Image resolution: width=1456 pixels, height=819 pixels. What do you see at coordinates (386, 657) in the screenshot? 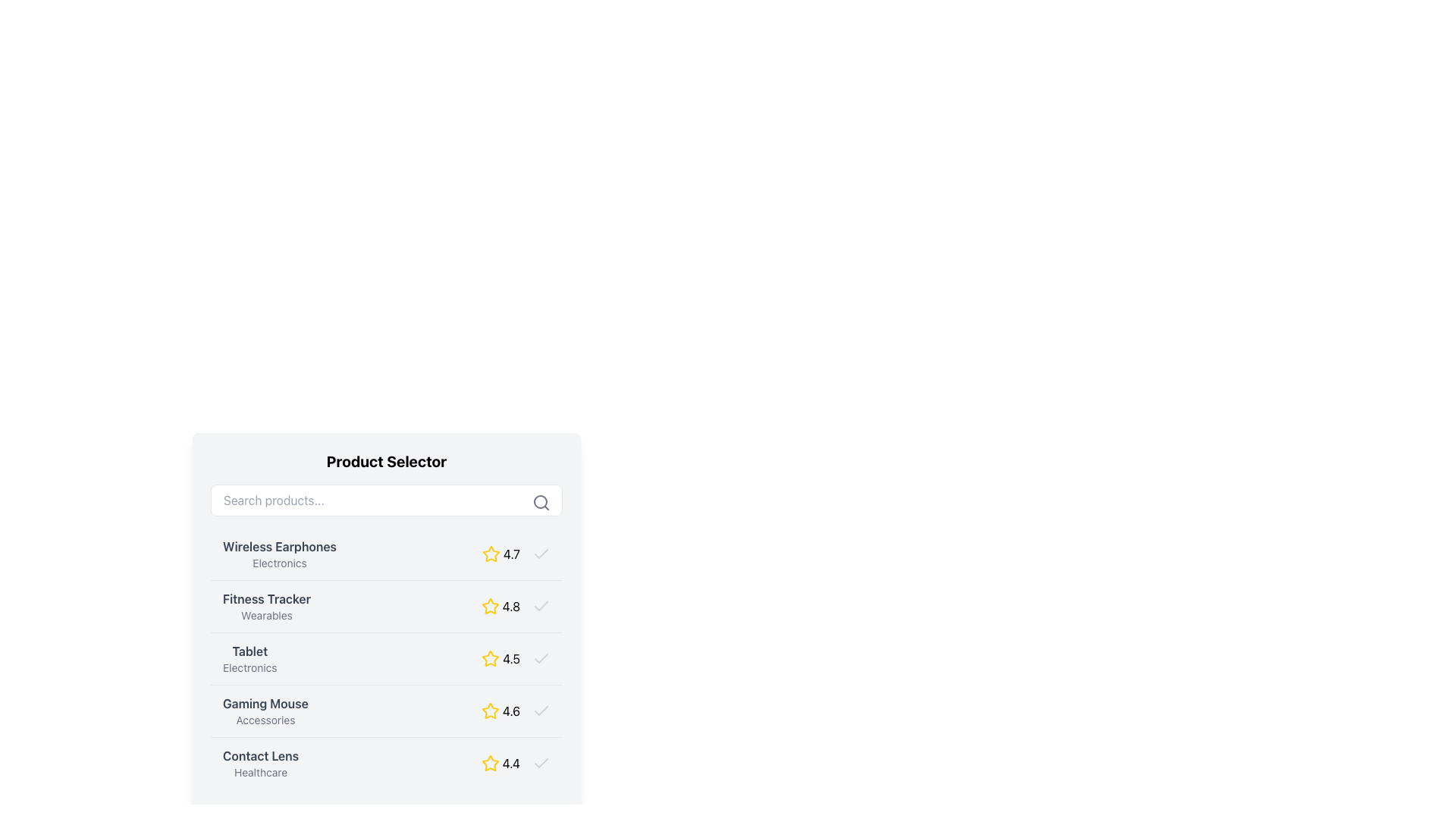
I see `to select the product information for the 'Tablet' in the electronics category, which is the third item in the vertical list` at bounding box center [386, 657].